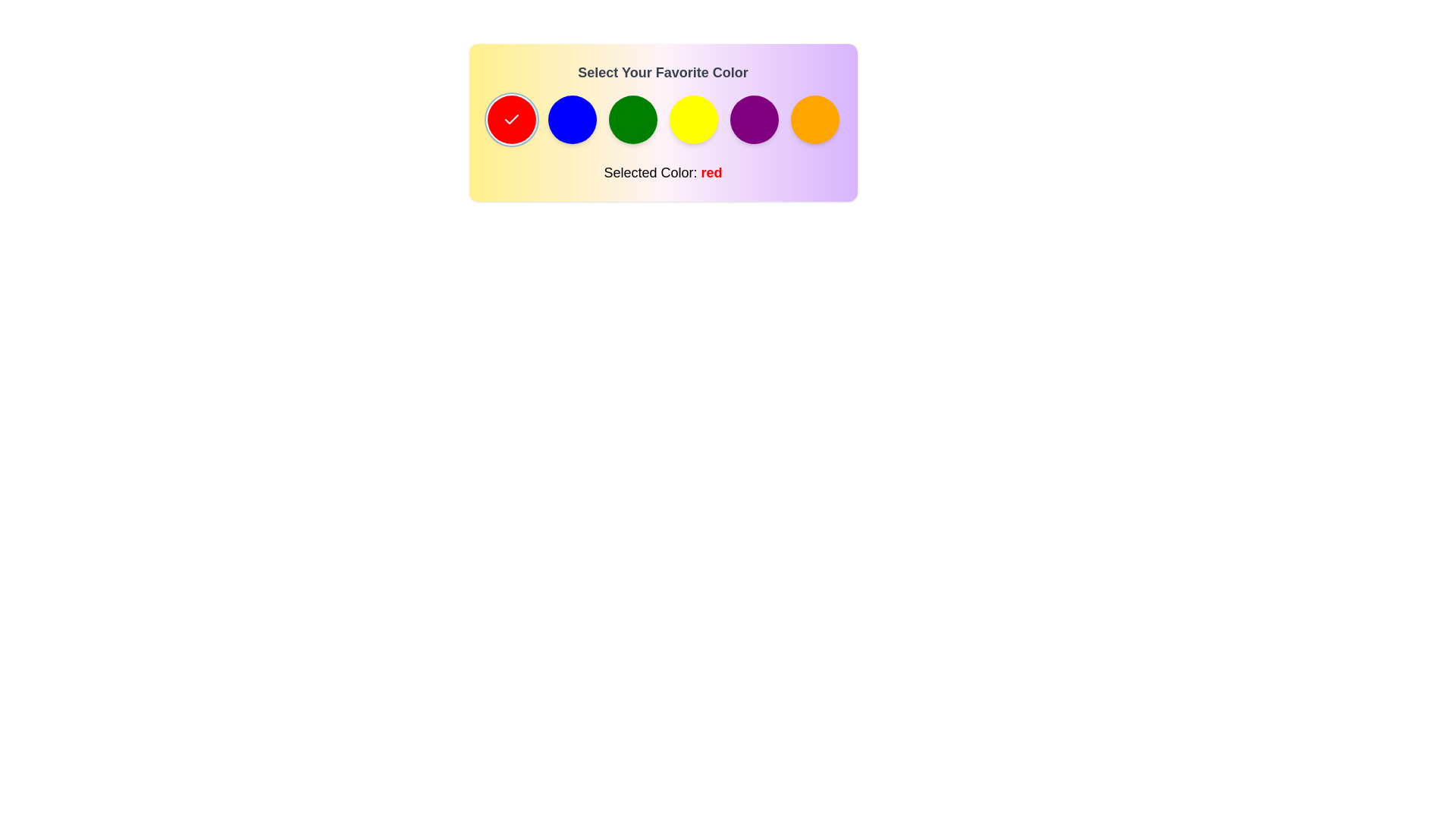  Describe the element at coordinates (814, 119) in the screenshot. I see `the color orange from the palette` at that location.